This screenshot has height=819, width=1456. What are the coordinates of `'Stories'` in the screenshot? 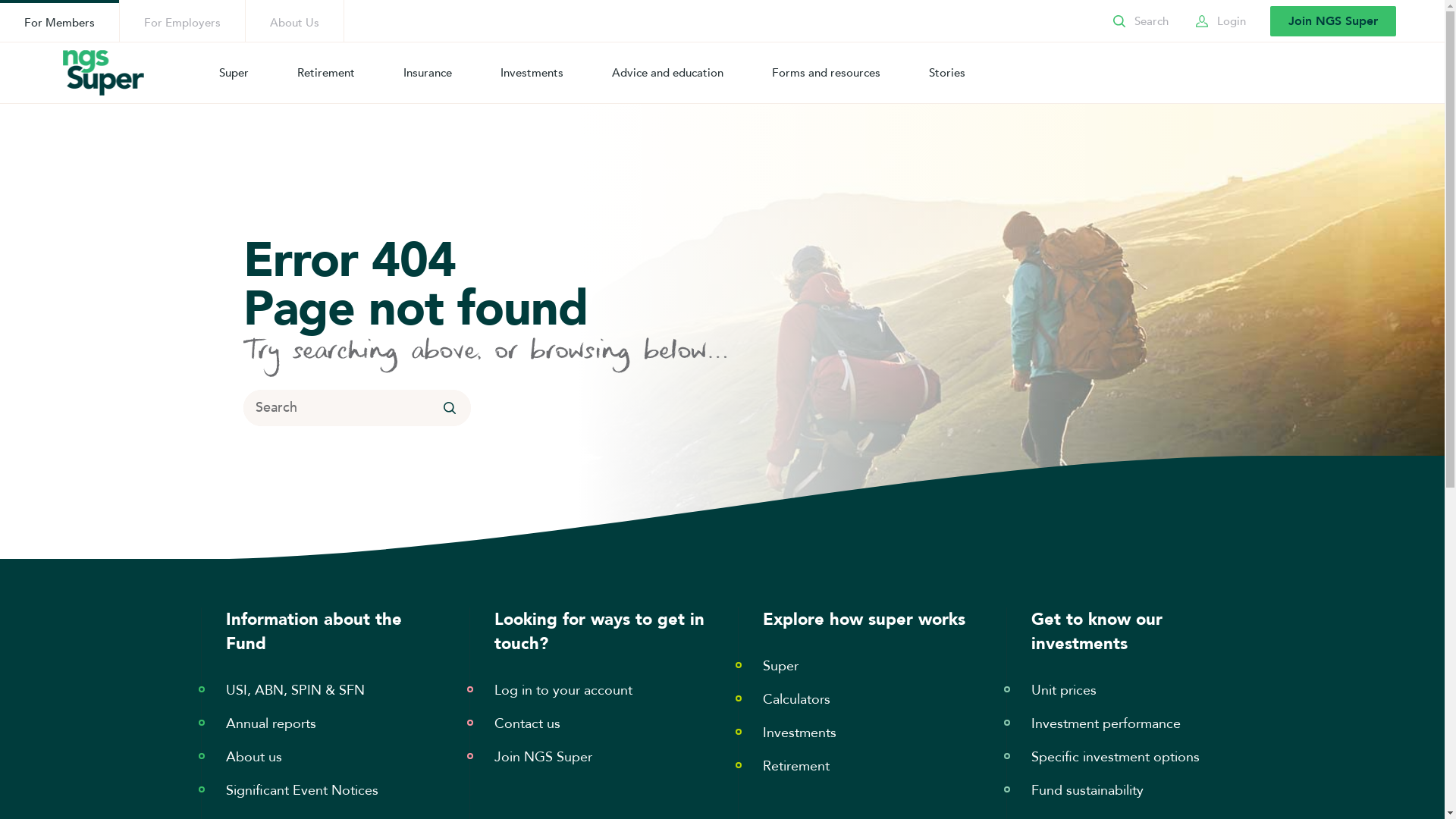 It's located at (946, 73).